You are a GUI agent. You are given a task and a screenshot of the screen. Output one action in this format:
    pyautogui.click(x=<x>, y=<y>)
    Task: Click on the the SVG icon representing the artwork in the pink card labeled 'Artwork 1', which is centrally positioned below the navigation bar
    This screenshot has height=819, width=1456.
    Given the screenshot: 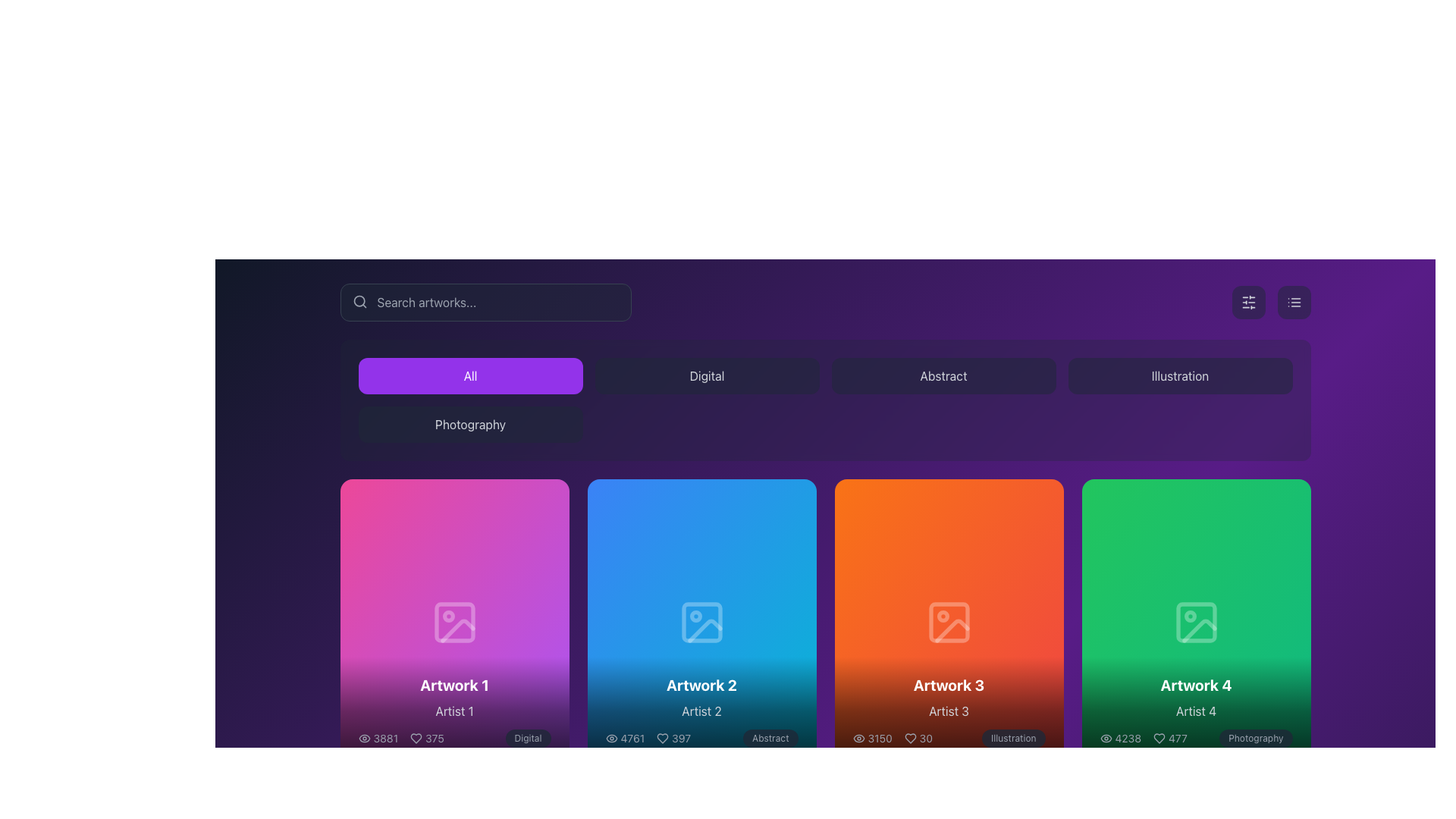 What is the action you would take?
    pyautogui.click(x=453, y=622)
    